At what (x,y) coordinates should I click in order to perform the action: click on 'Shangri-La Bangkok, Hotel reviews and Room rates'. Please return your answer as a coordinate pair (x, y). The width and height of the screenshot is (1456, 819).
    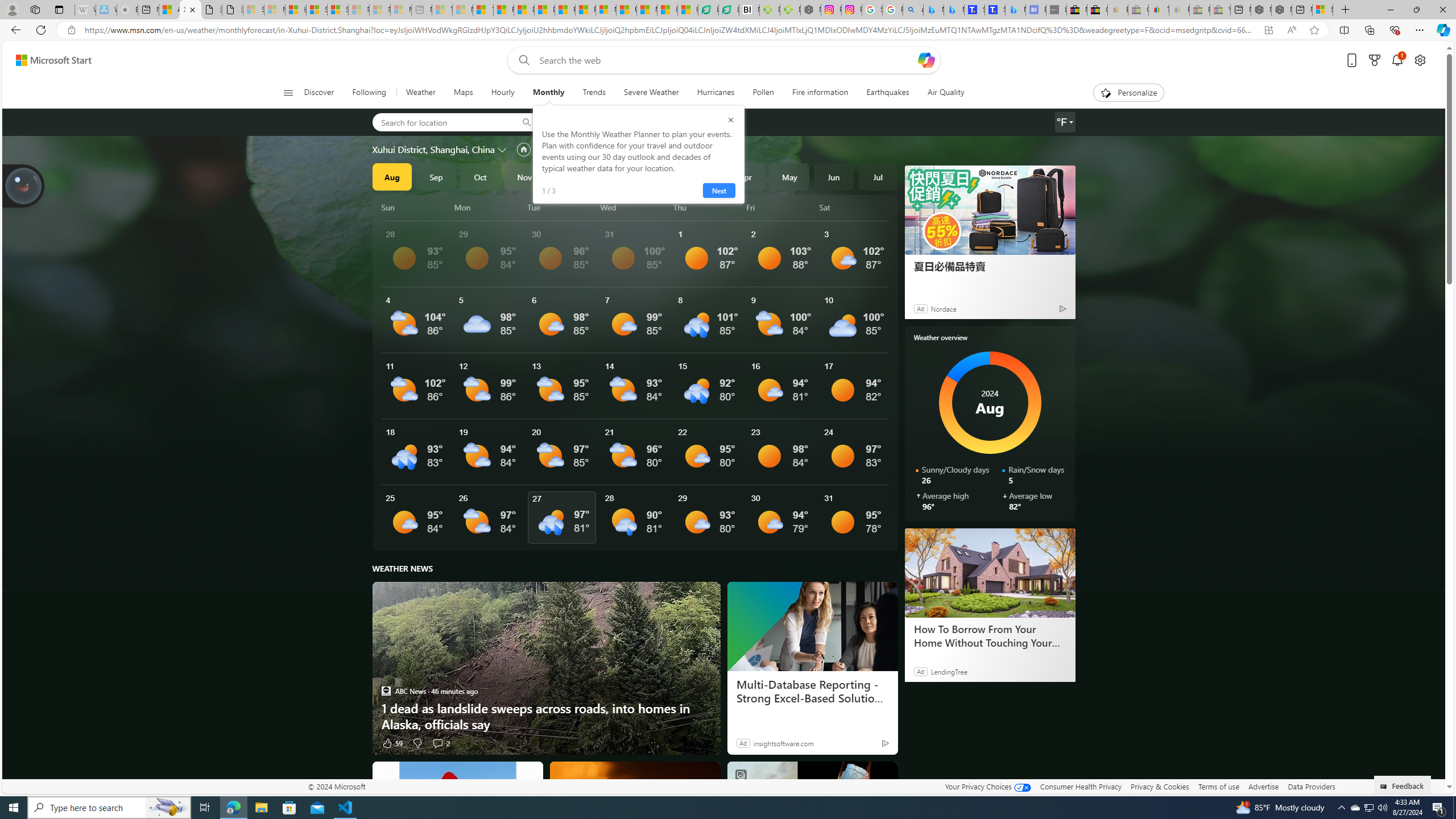
    Looking at the image, I should click on (994, 9).